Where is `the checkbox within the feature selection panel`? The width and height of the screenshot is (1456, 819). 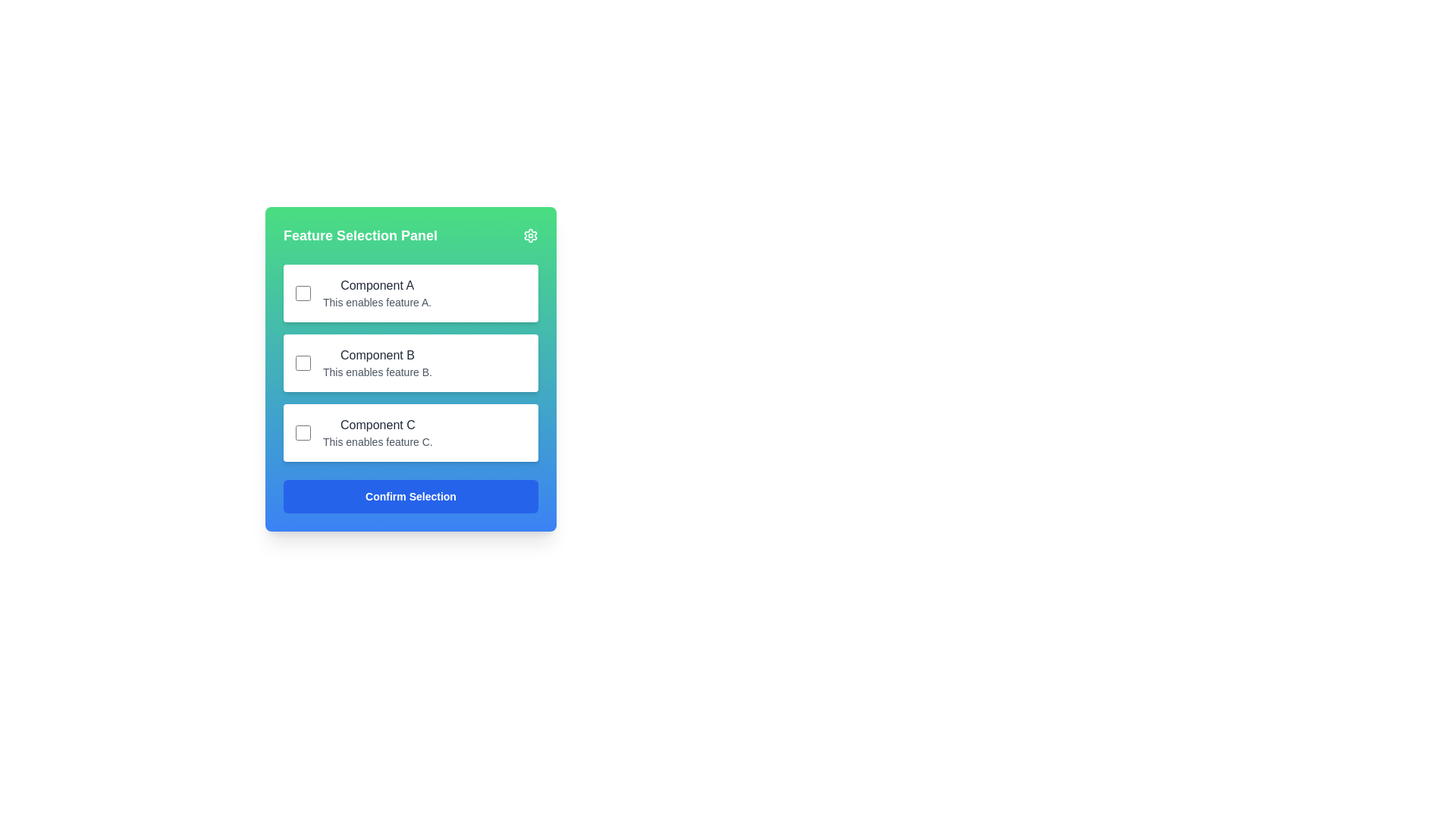 the checkbox within the feature selection panel is located at coordinates (411, 369).